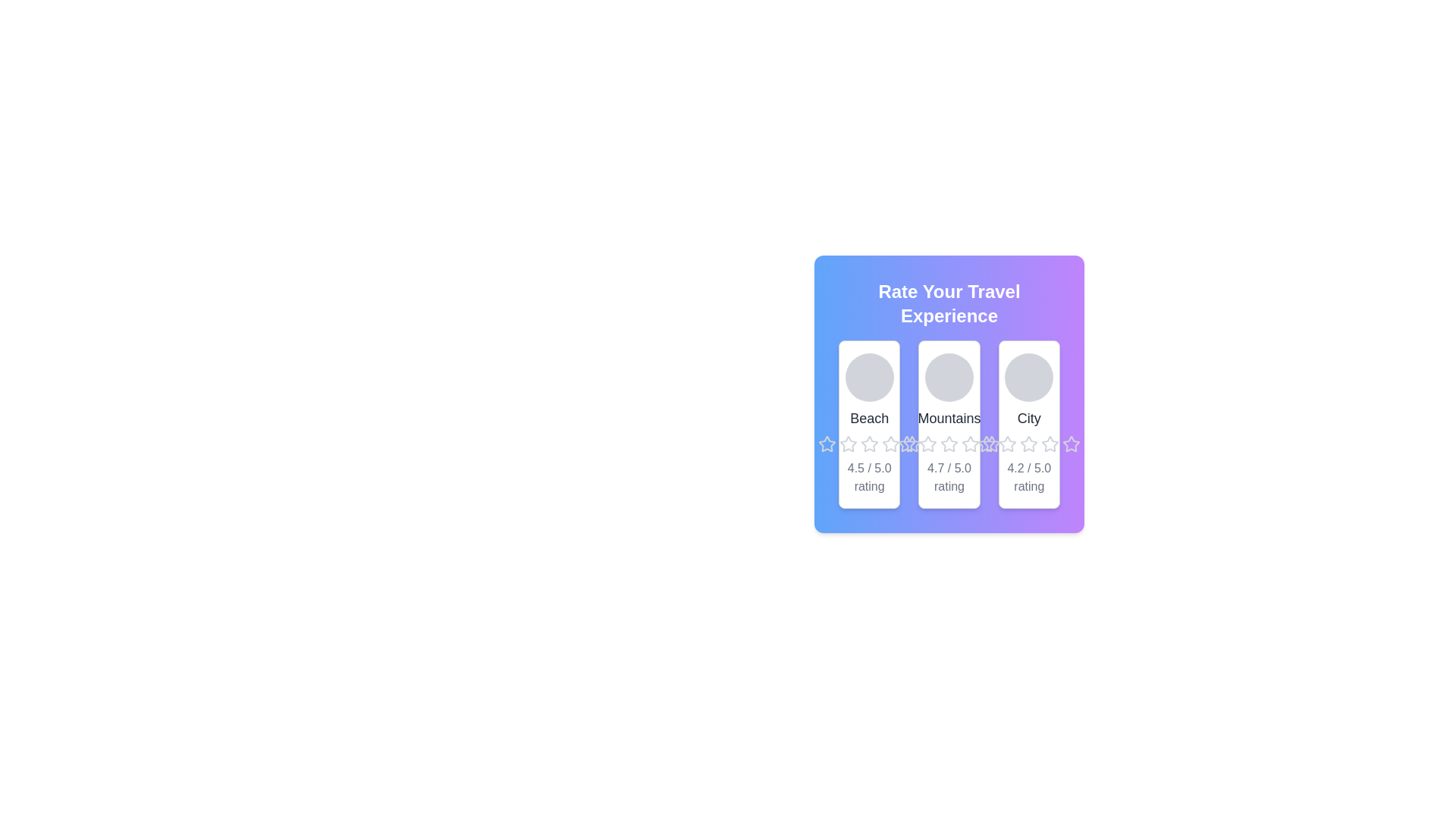  I want to click on the fourth star icon in the Beach rating section, so click(869, 444).